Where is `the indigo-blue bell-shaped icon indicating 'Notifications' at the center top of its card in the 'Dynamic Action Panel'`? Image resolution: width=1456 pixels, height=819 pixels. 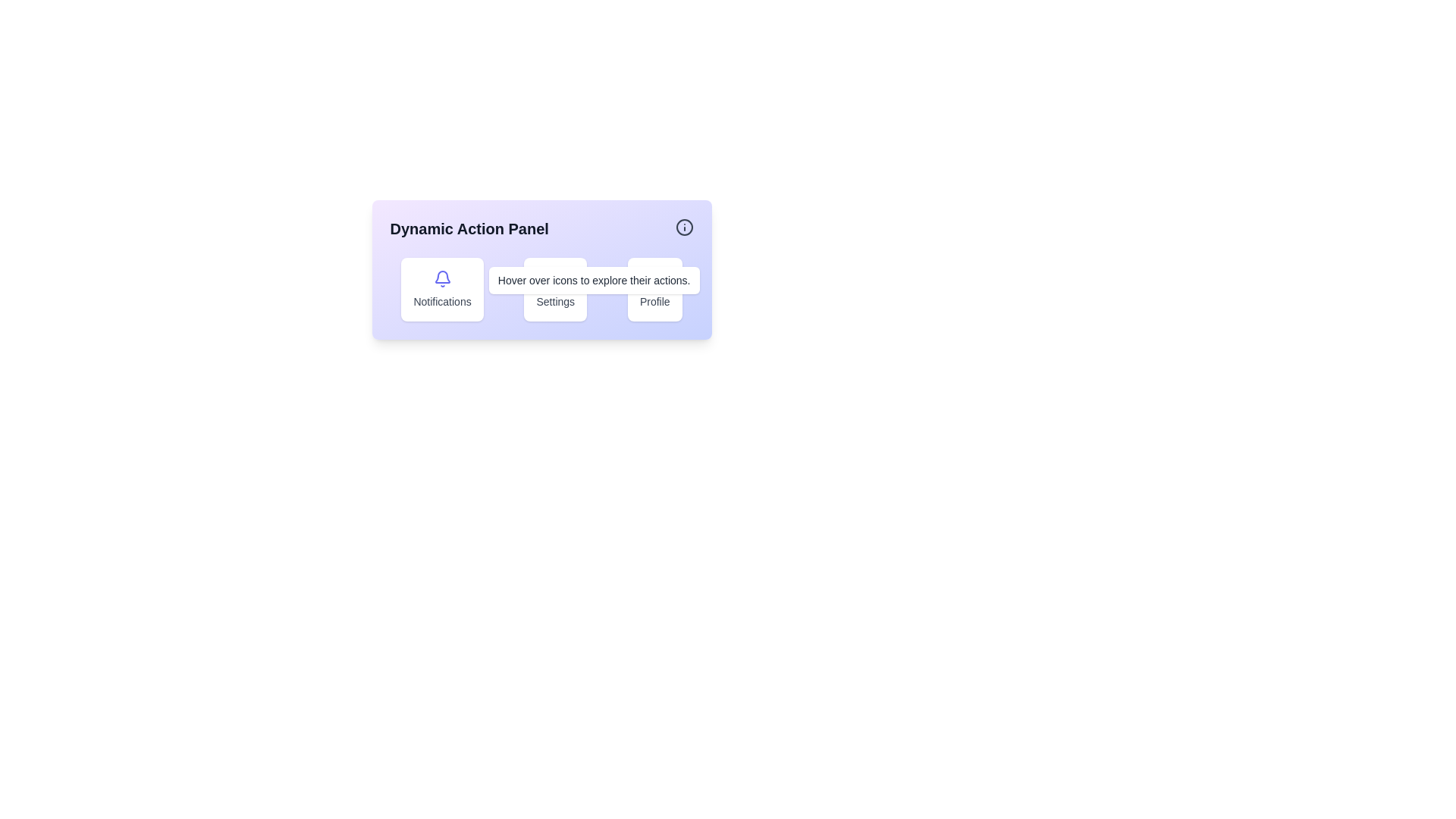
the indigo-blue bell-shaped icon indicating 'Notifications' at the center top of its card in the 'Dynamic Action Panel' is located at coordinates (441, 278).